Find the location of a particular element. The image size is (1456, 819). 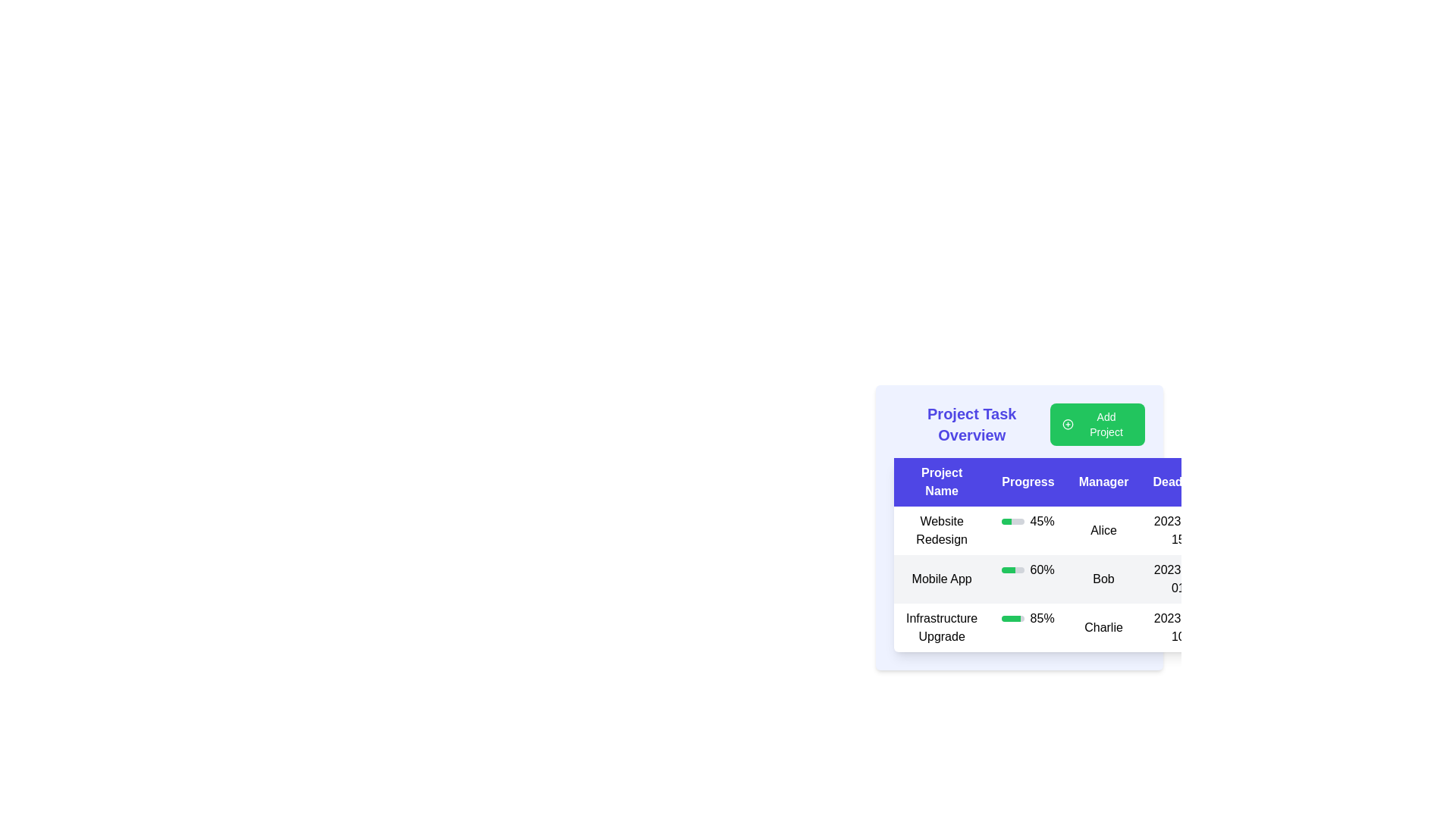

the progress bar located in the 'Mobile App' row under the 'Progress' column of the table, which shows 60% completion and is positioned to the left of the text 'Bob' is located at coordinates (1028, 570).